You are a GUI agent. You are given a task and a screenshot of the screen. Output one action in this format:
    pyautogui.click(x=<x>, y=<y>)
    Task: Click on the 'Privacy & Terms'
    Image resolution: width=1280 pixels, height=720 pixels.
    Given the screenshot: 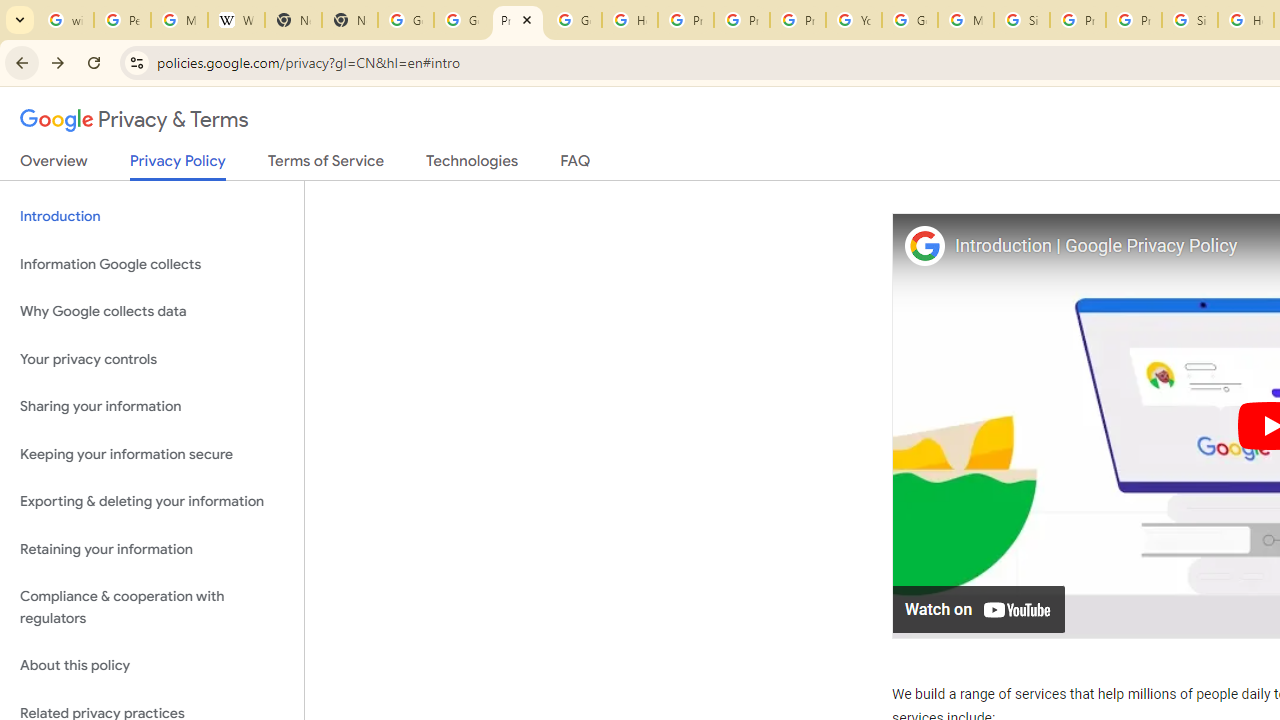 What is the action you would take?
    pyautogui.click(x=134, y=120)
    